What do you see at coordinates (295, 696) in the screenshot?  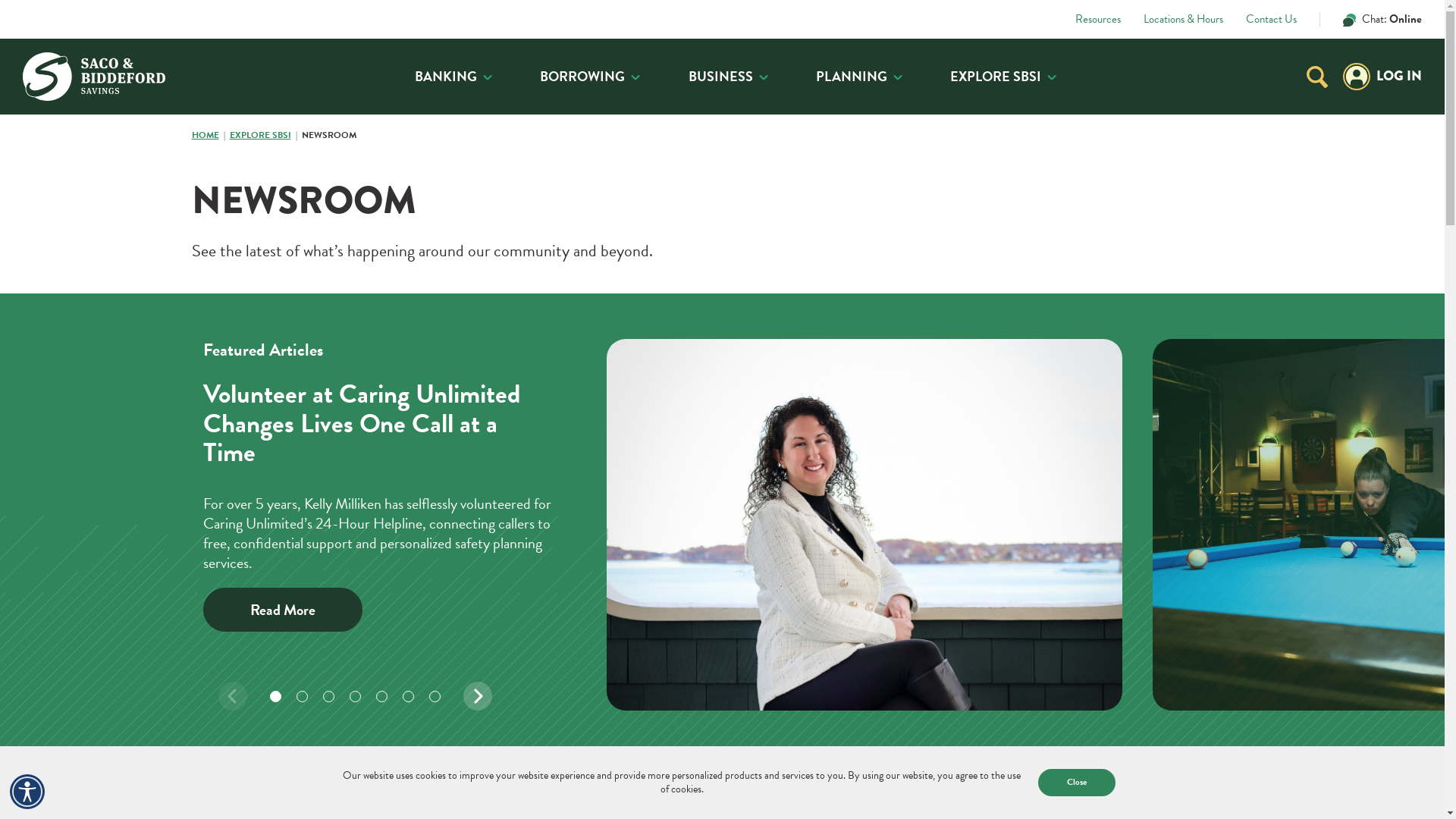 I see `'Carousel Dot'` at bounding box center [295, 696].